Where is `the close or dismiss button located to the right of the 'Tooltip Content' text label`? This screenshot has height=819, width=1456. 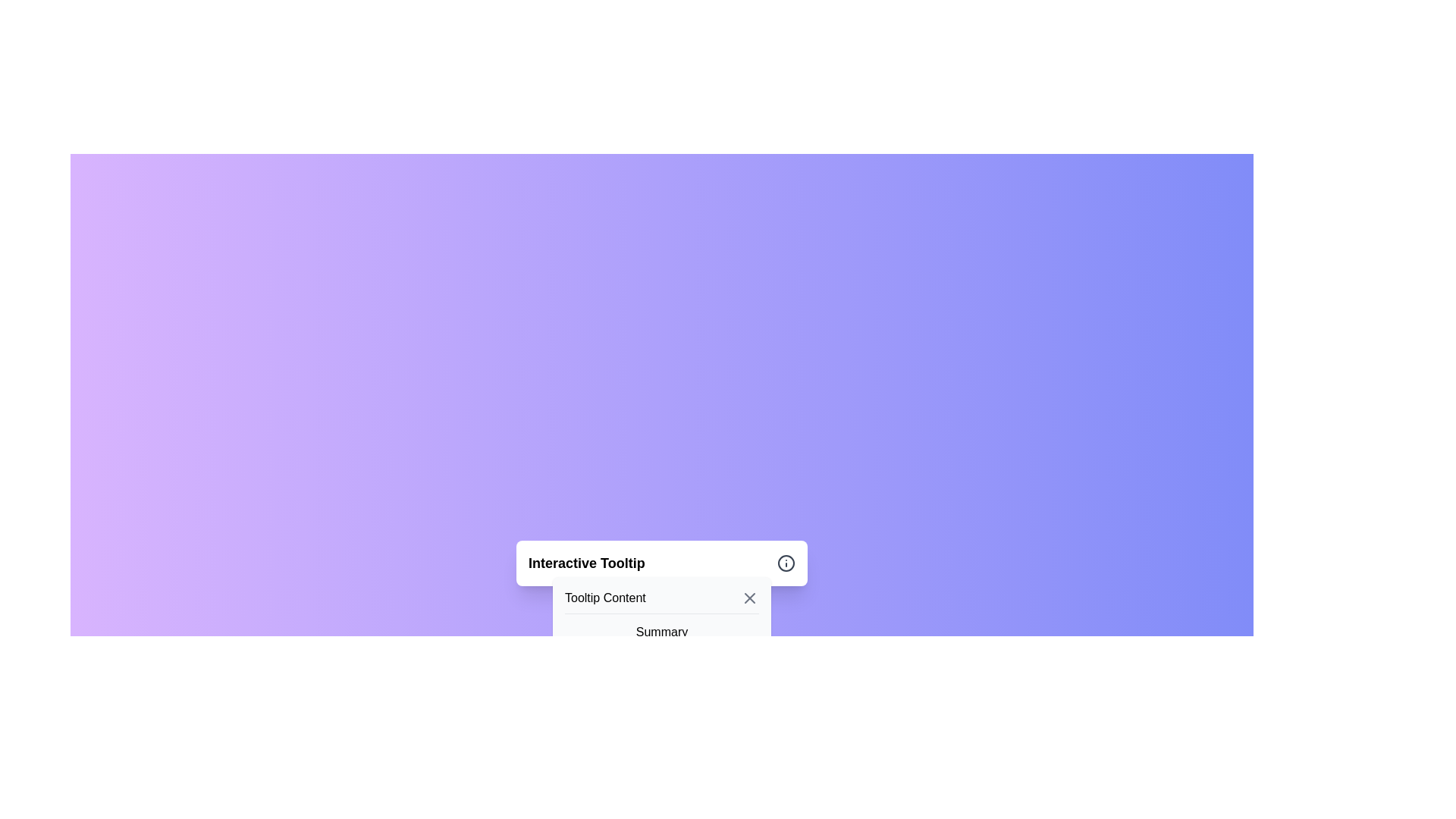 the close or dismiss button located to the right of the 'Tooltip Content' text label is located at coordinates (749, 598).